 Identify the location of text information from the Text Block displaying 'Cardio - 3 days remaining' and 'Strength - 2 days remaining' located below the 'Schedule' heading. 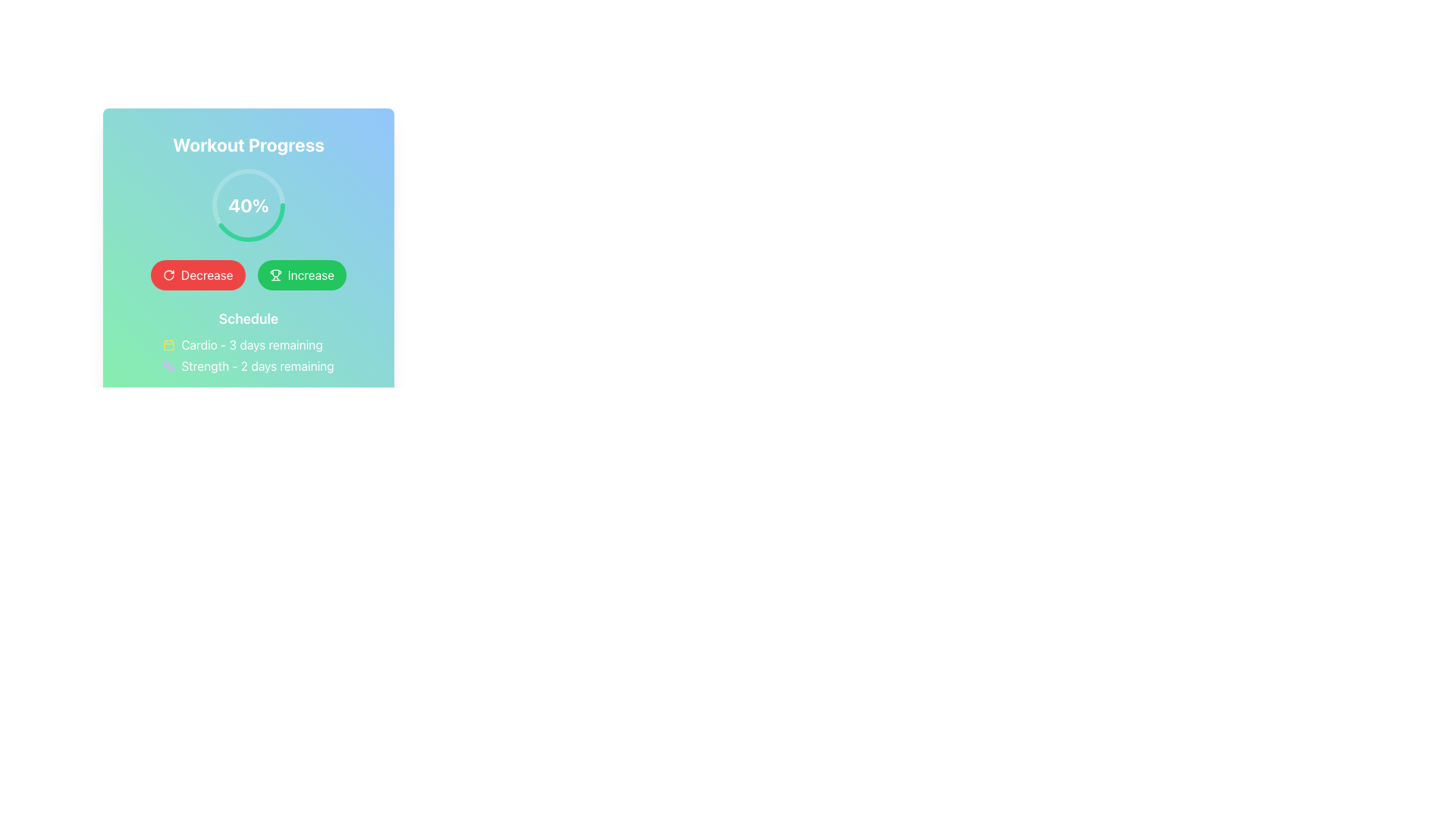
(248, 356).